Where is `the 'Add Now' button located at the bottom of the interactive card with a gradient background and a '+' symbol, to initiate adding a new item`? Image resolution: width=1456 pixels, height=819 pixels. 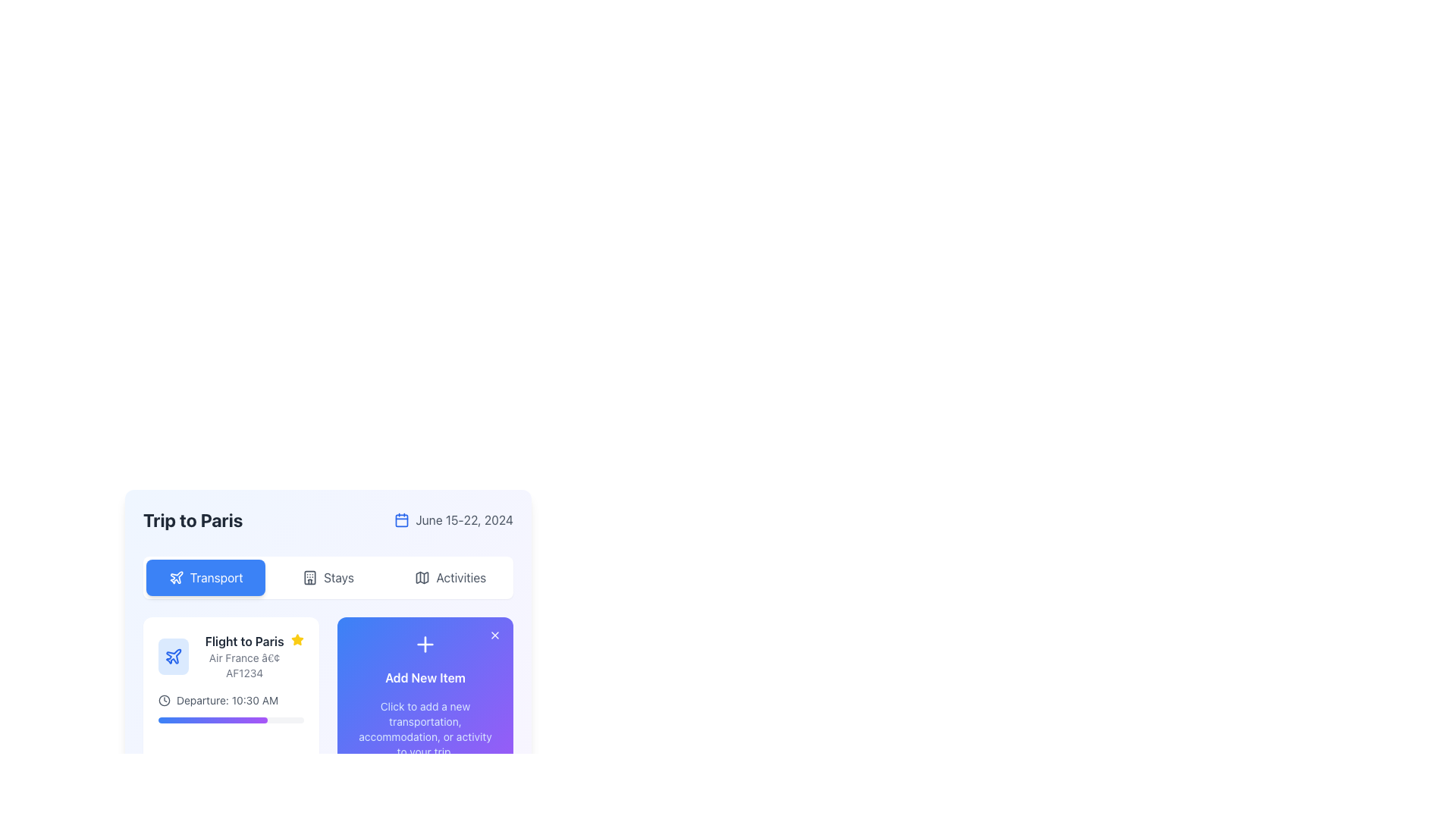
the 'Add Now' button located at the bottom of the interactive card with a gradient background and a '+' symbol, to initiate adding a new item is located at coordinates (425, 717).